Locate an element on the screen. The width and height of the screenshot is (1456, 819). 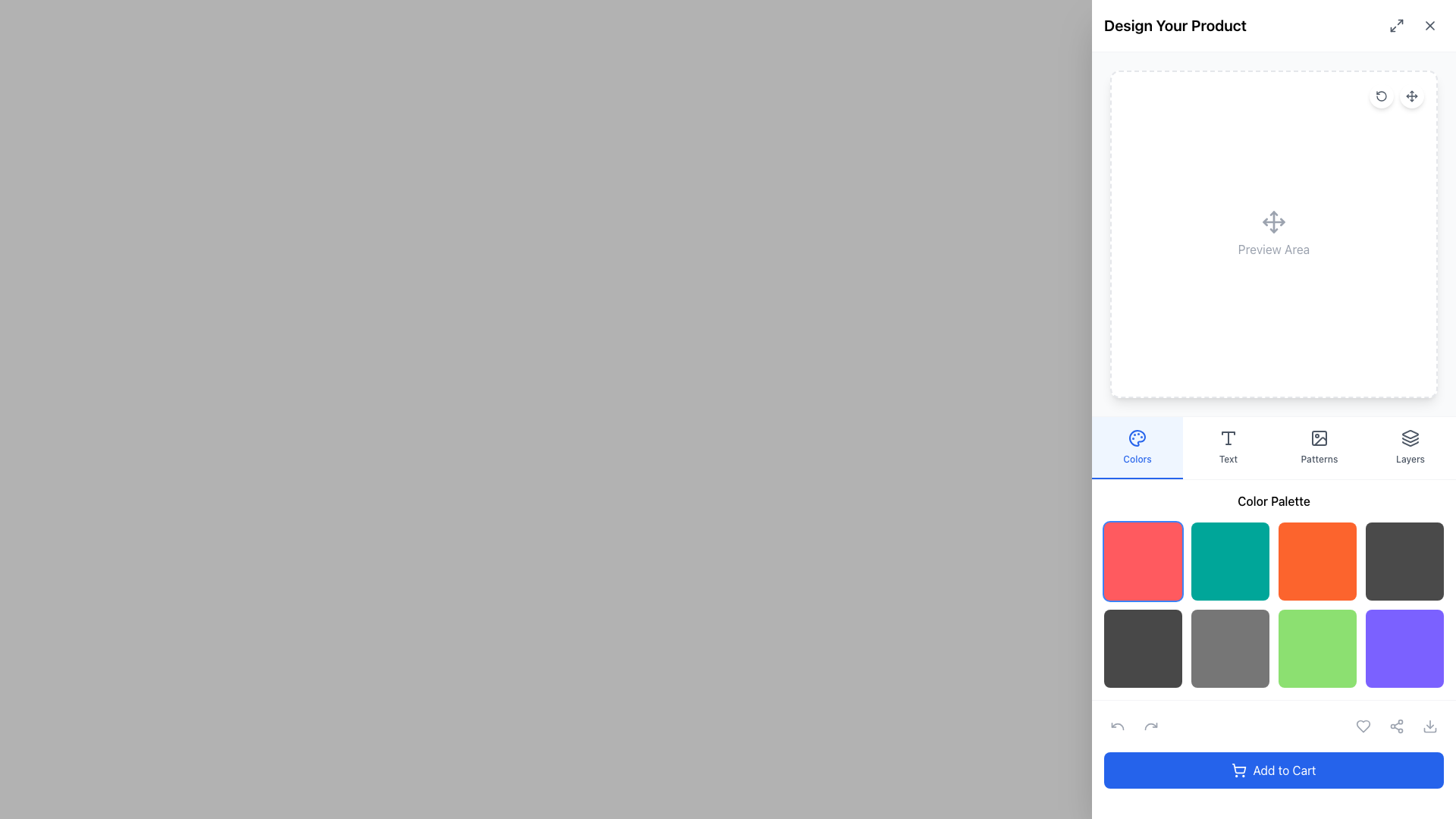
the move icon located in the central working canvas of the design tool to reposition elements within the preview area is located at coordinates (1274, 234).